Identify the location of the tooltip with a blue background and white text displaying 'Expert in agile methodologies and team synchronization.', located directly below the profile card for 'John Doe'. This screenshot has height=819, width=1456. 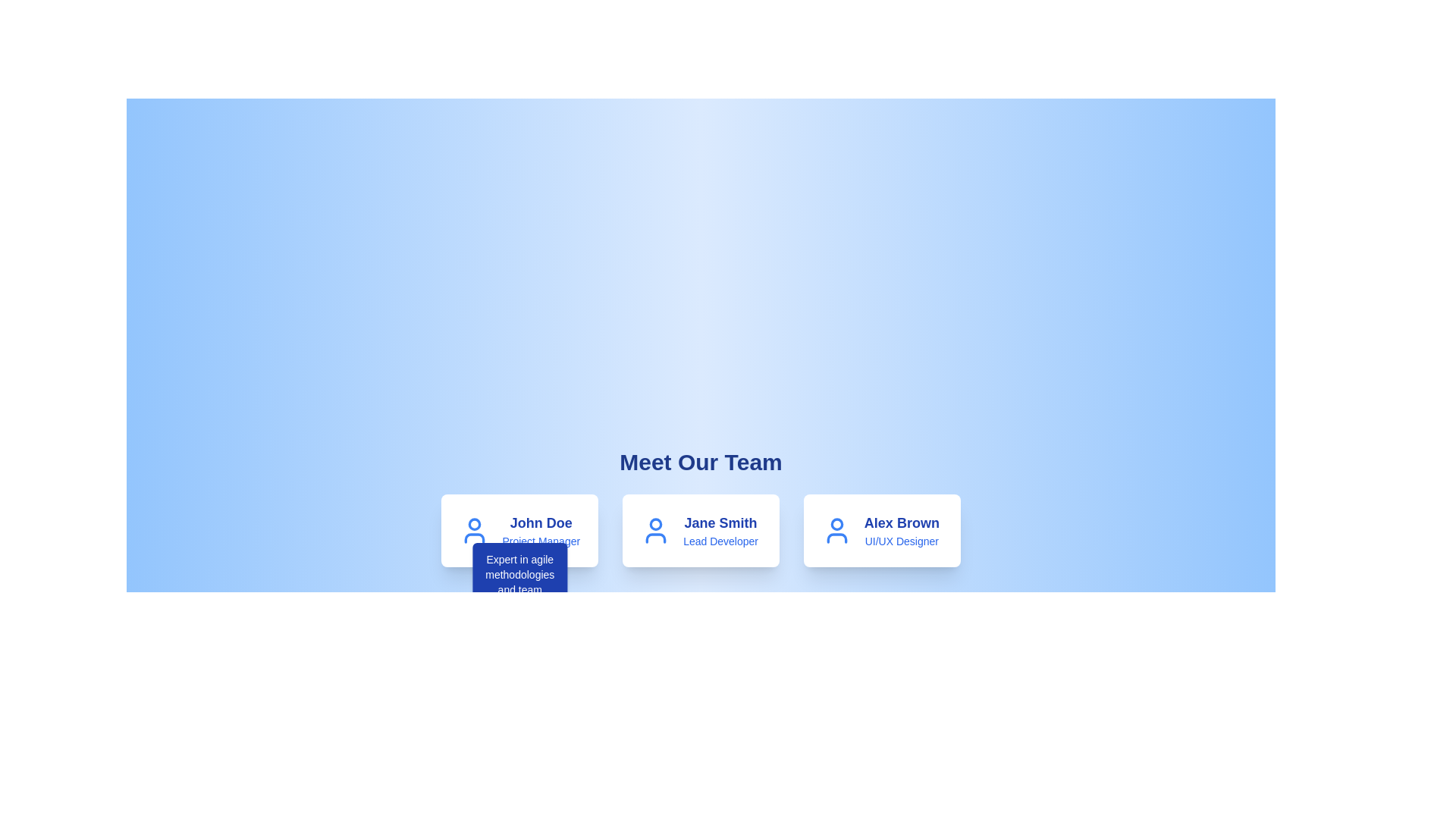
(519, 581).